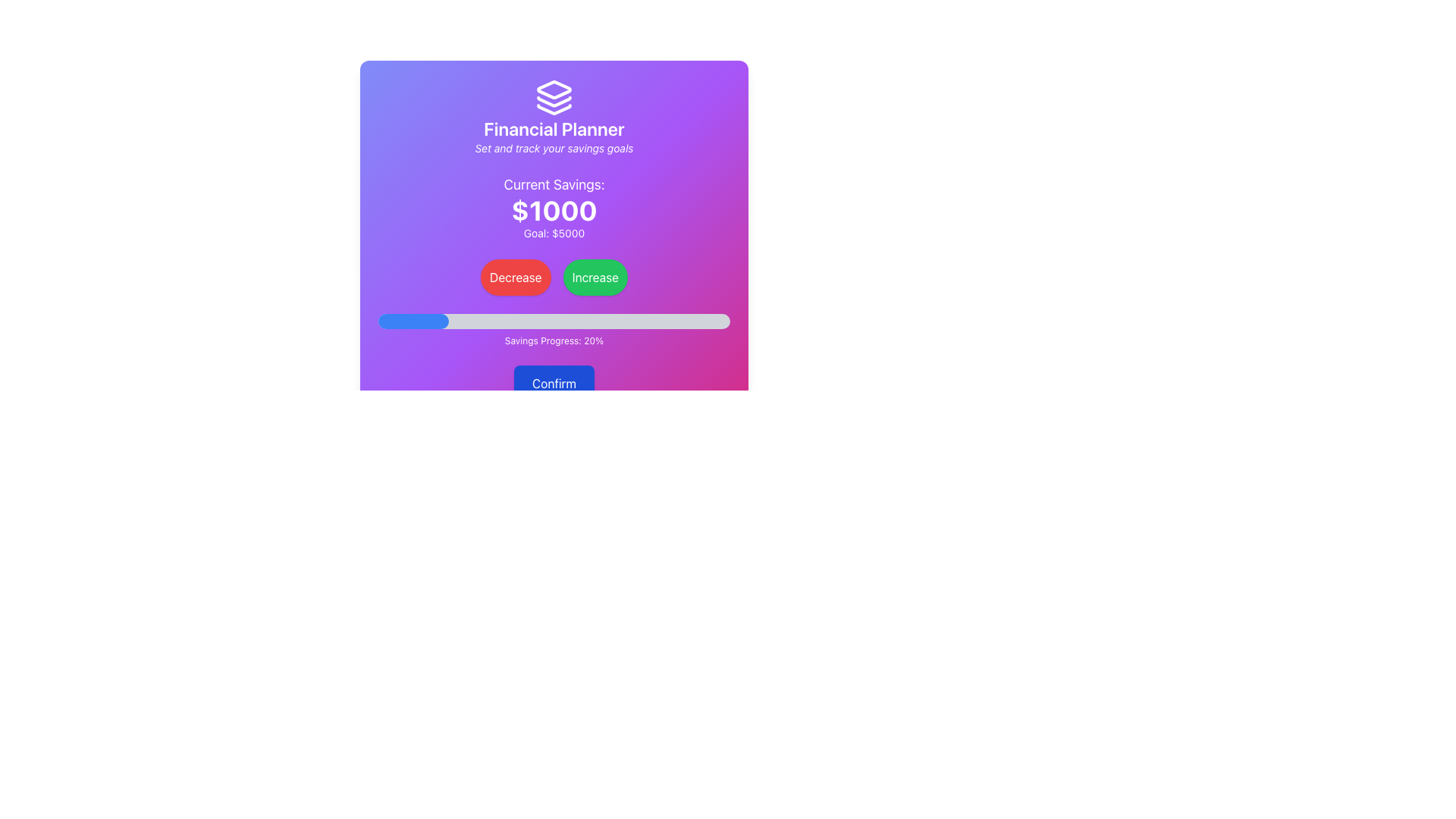  What do you see at coordinates (553, 234) in the screenshot?
I see `the text label displaying 'Goal: $5000', which is styled with a small font and located below the '$1000' text in the financial goal display section` at bounding box center [553, 234].